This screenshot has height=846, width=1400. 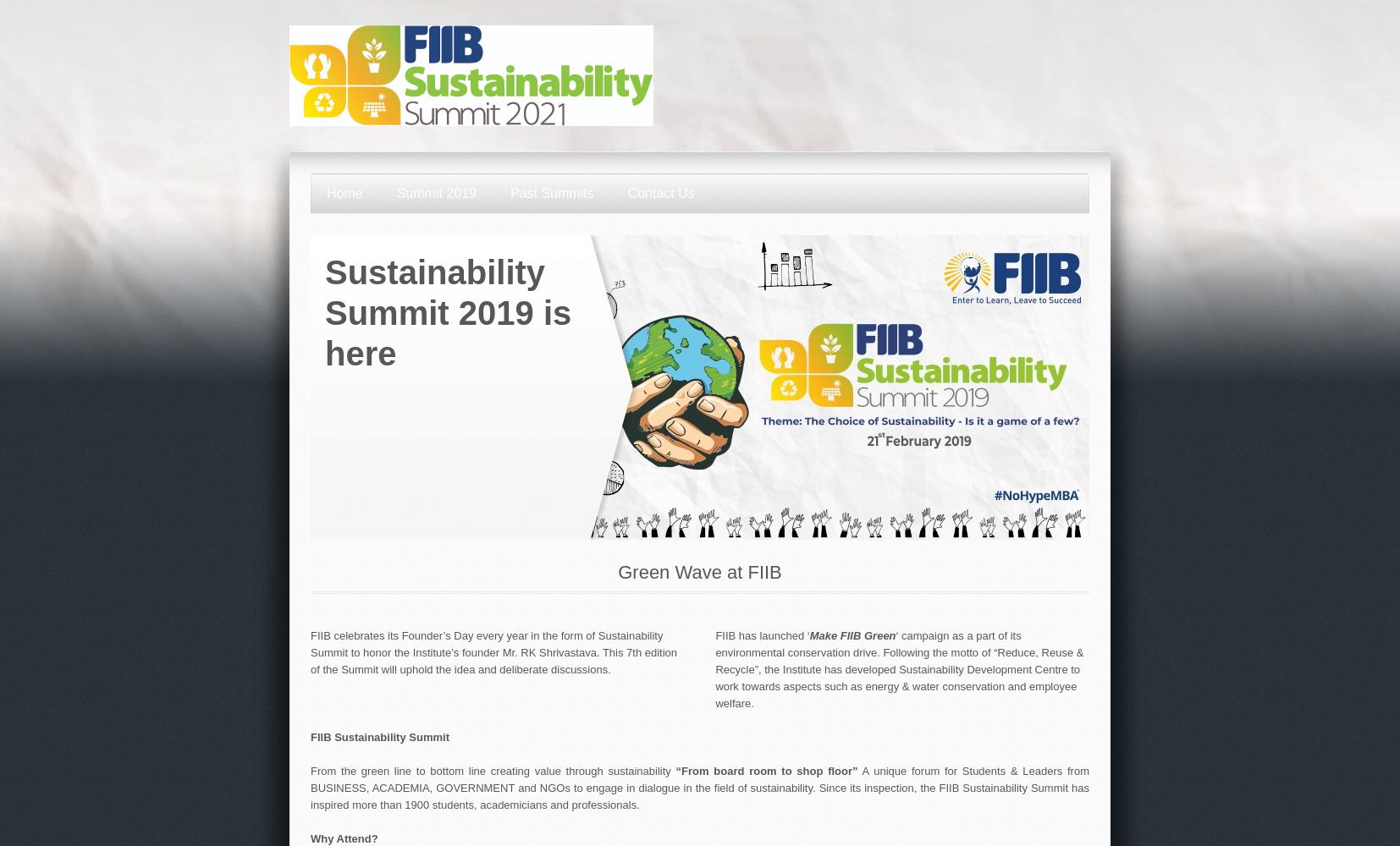 What do you see at coordinates (699, 572) in the screenshot?
I see `'Green Wave at FIIB'` at bounding box center [699, 572].